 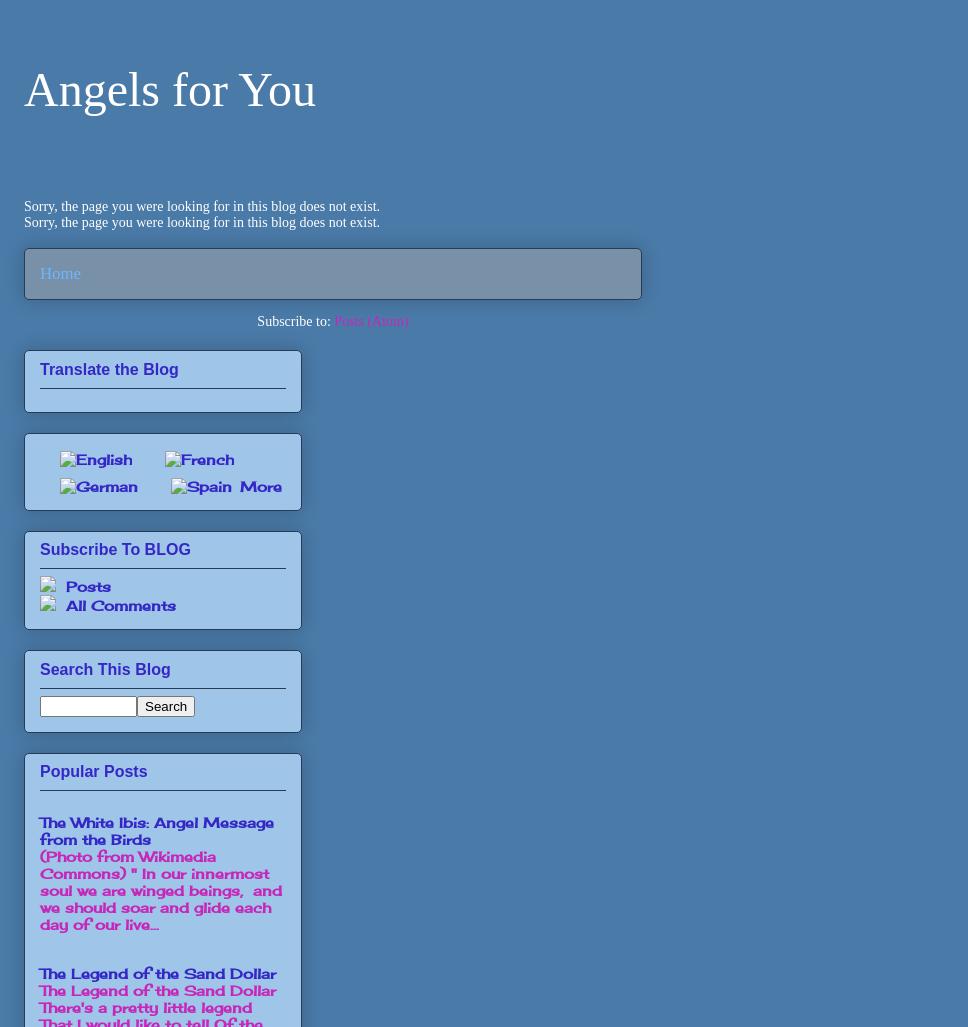 I want to click on 'Subscribe To BLOG', so click(x=114, y=548).